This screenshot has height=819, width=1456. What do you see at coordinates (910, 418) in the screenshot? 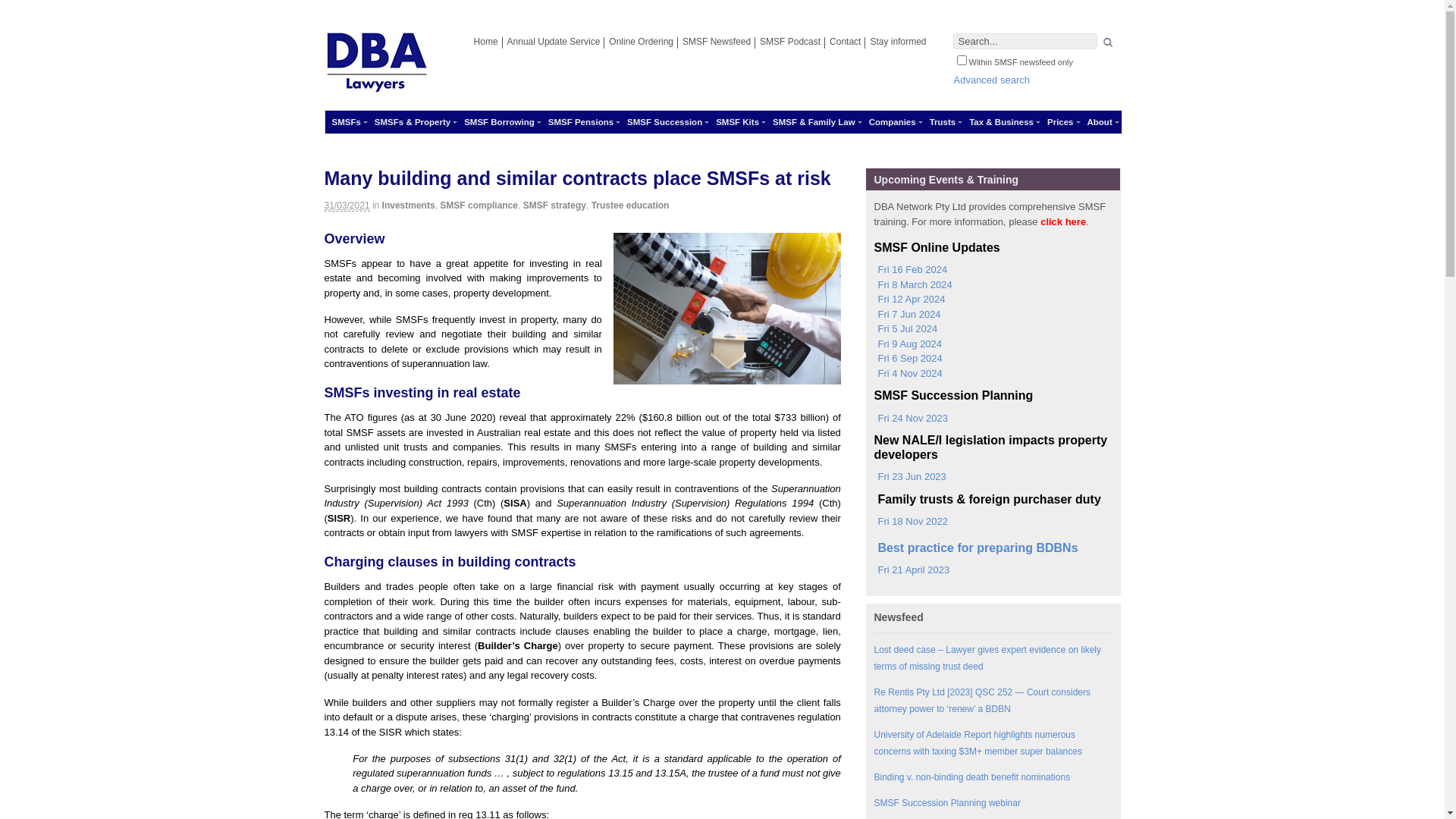
I see `'Fri 24 Nov 2023'` at bounding box center [910, 418].